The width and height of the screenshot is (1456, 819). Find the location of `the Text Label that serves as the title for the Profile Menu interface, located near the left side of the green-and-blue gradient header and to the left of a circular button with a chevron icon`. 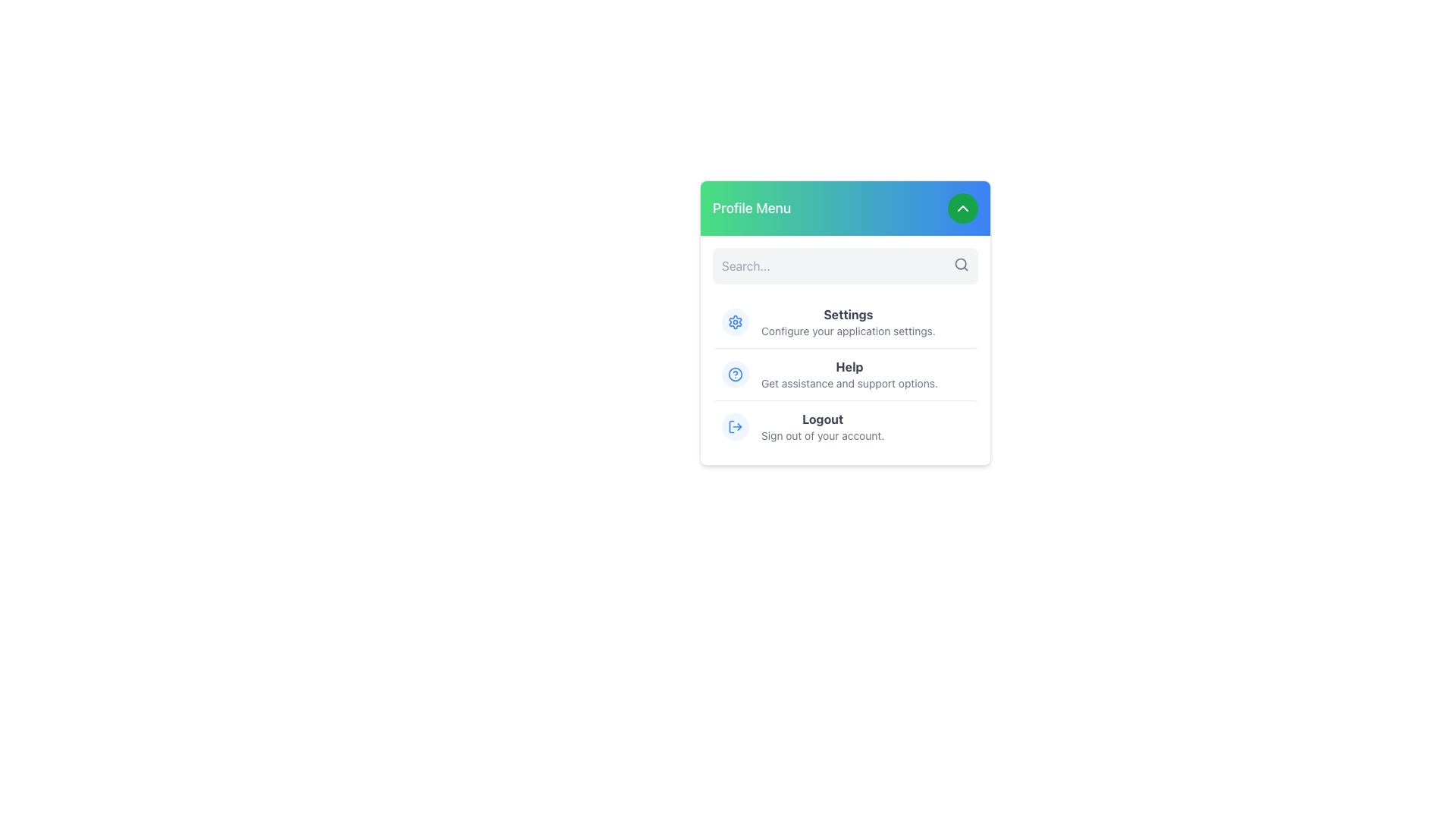

the Text Label that serves as the title for the Profile Menu interface, located near the left side of the green-and-blue gradient header and to the left of a circular button with a chevron icon is located at coordinates (752, 208).